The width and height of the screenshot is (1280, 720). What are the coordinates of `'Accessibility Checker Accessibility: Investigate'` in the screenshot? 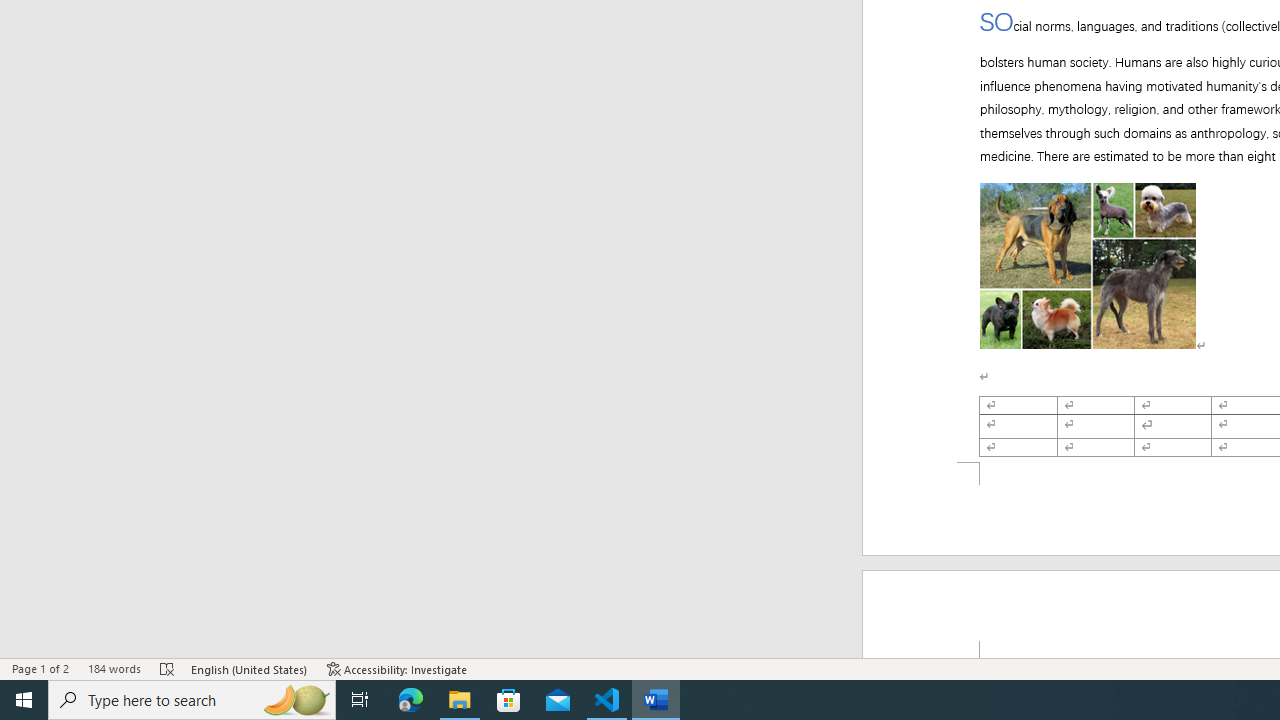 It's located at (397, 669).